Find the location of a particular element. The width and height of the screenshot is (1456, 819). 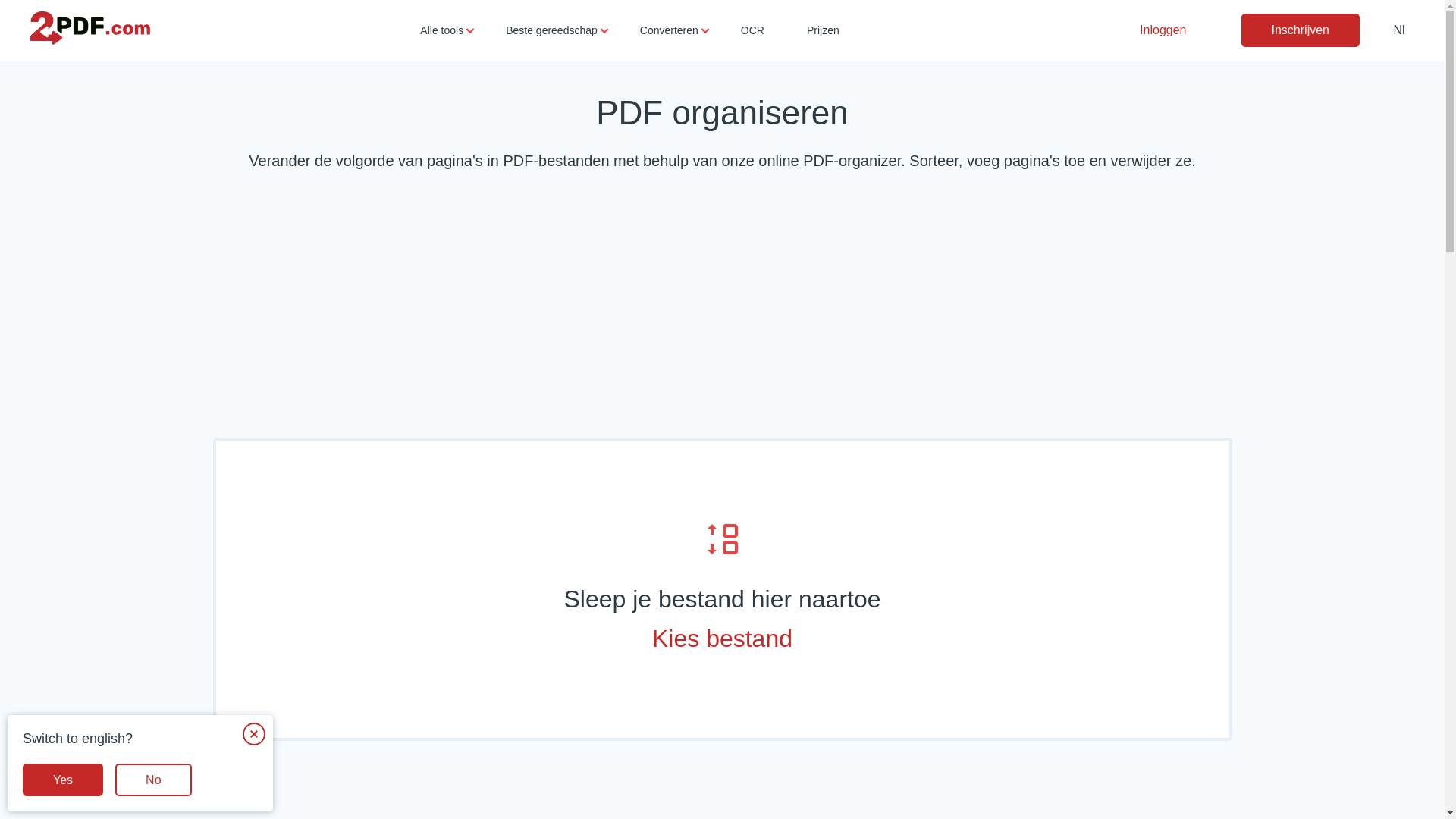

'No' is located at coordinates (115, 780).